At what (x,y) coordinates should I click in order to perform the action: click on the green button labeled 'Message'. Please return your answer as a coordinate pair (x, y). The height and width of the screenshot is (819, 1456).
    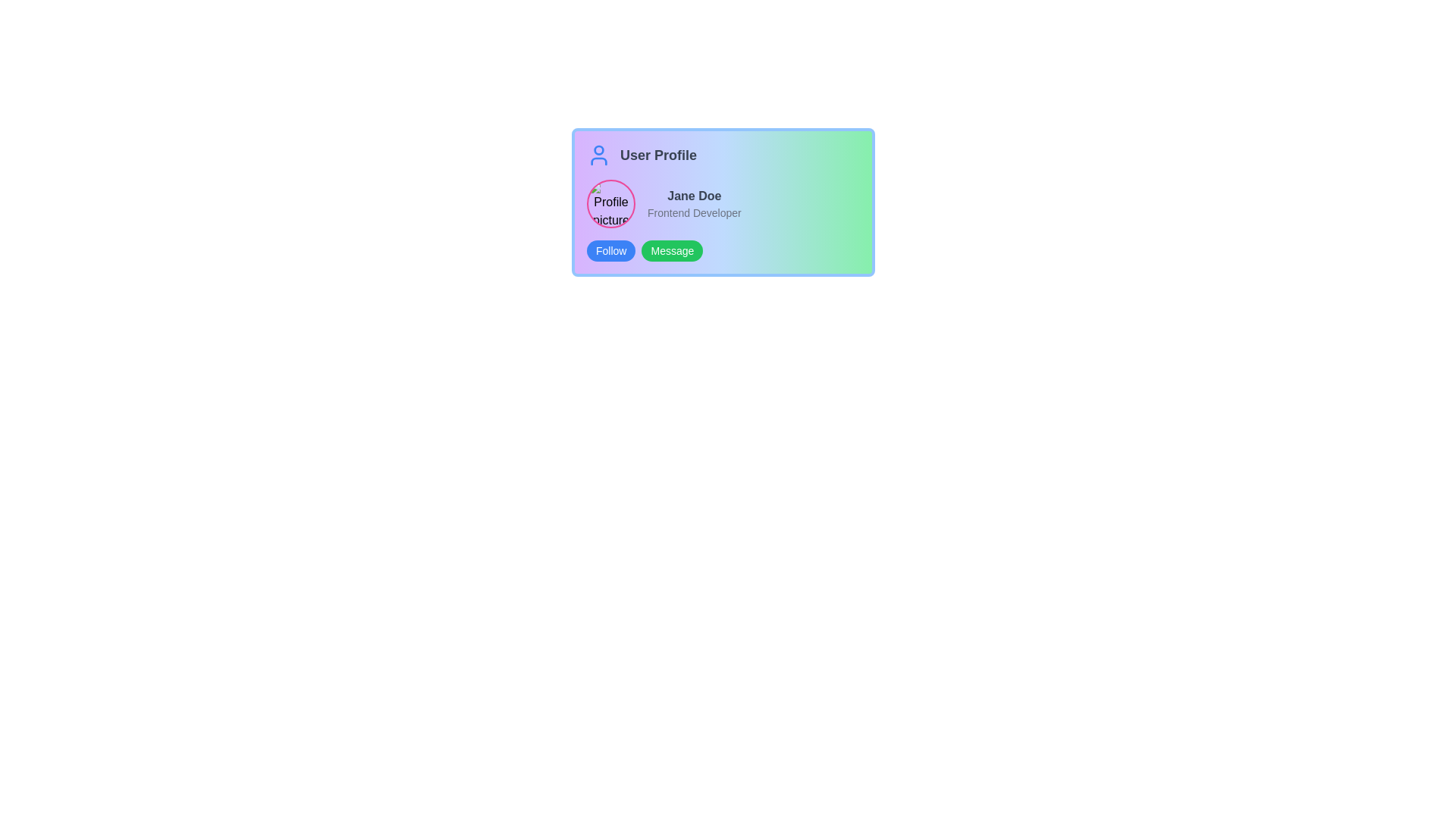
    Looking at the image, I should click on (671, 250).